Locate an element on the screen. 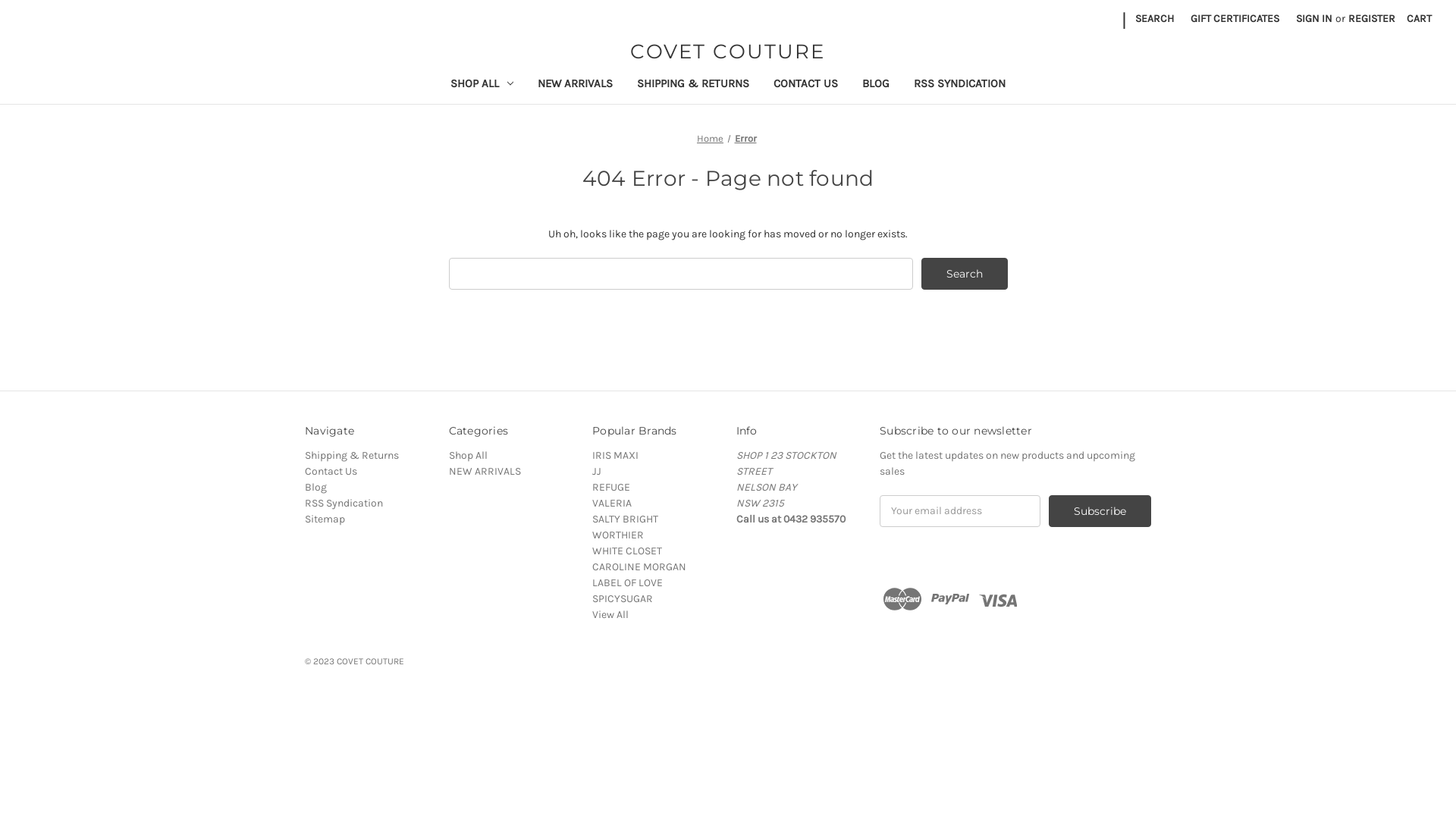  'IRIS MAXI' is located at coordinates (591, 454).